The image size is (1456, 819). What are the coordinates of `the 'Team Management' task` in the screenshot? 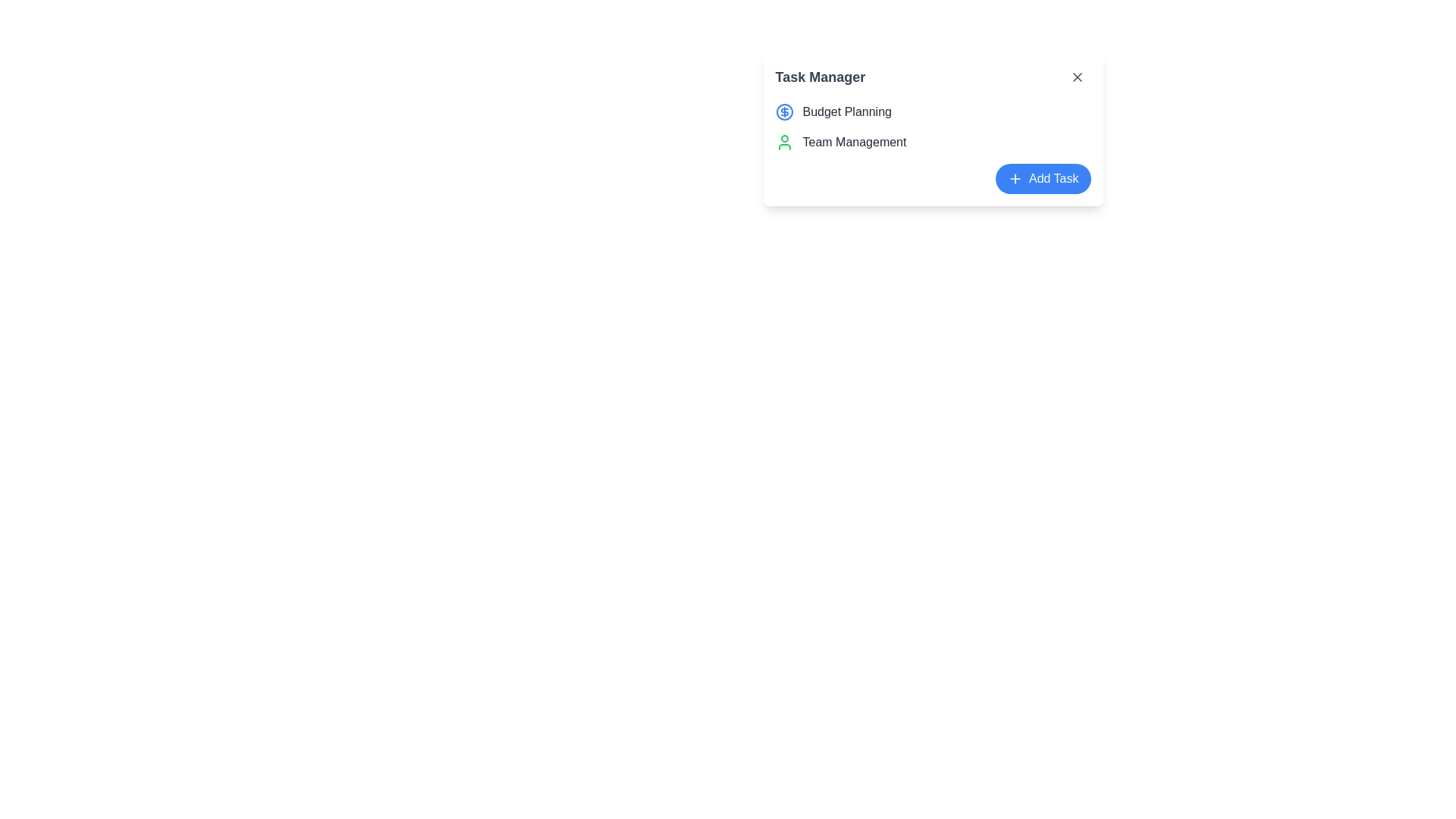 It's located at (784, 143).